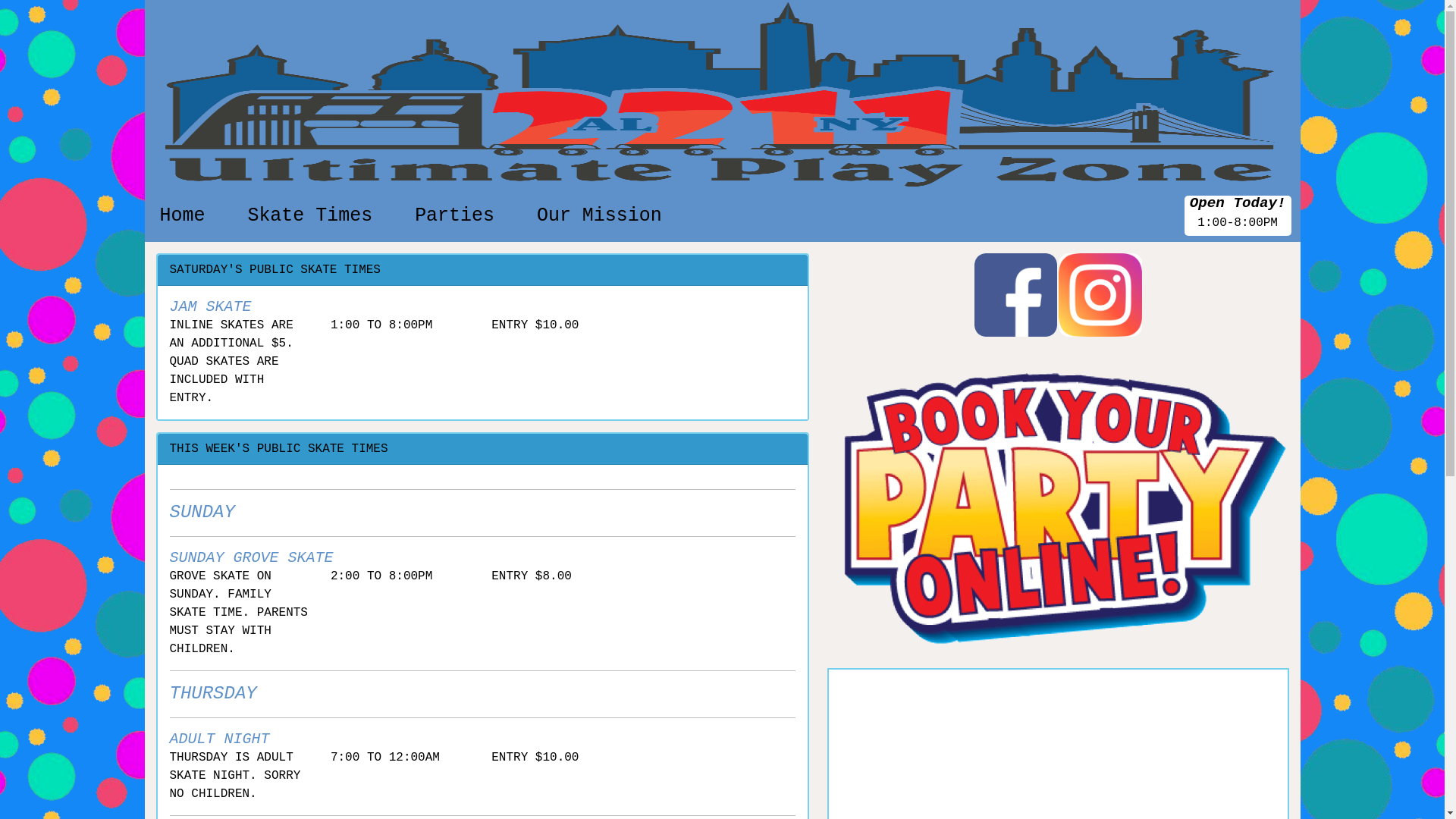 The width and height of the screenshot is (1456, 819). Describe the element at coordinates (1238, 202) in the screenshot. I see `'Open Today!'` at that location.